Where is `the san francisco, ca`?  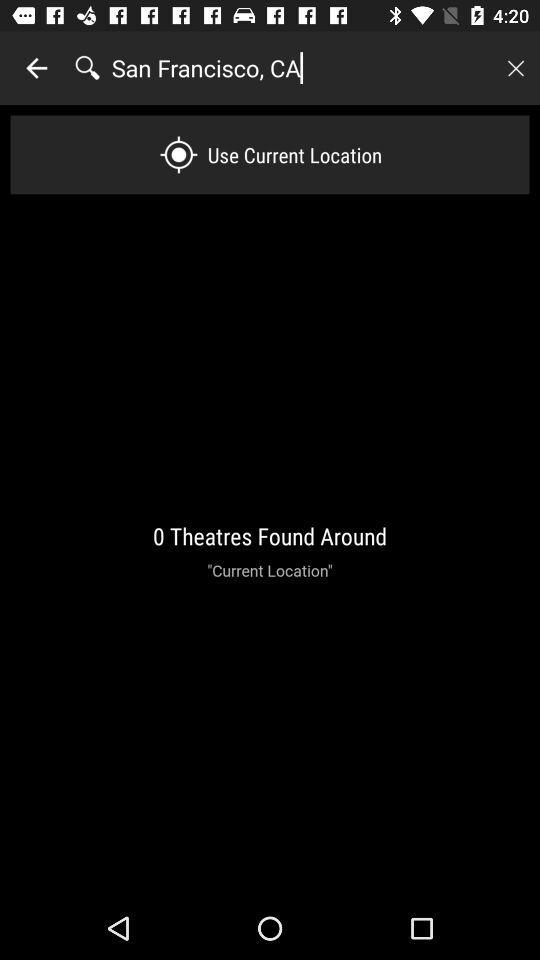 the san francisco, ca is located at coordinates (300, 68).